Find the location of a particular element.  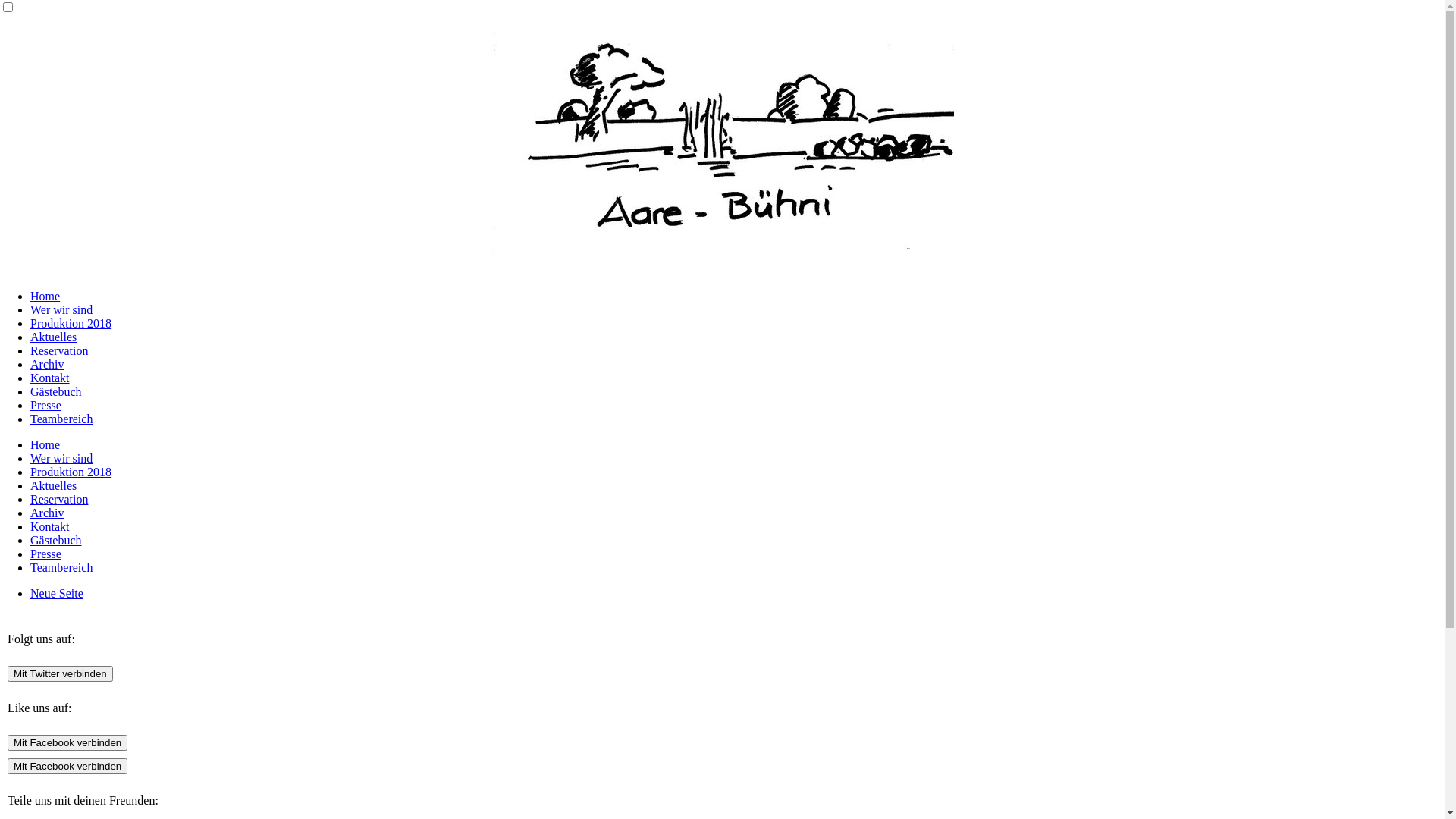

'Kontakt' is located at coordinates (50, 526).